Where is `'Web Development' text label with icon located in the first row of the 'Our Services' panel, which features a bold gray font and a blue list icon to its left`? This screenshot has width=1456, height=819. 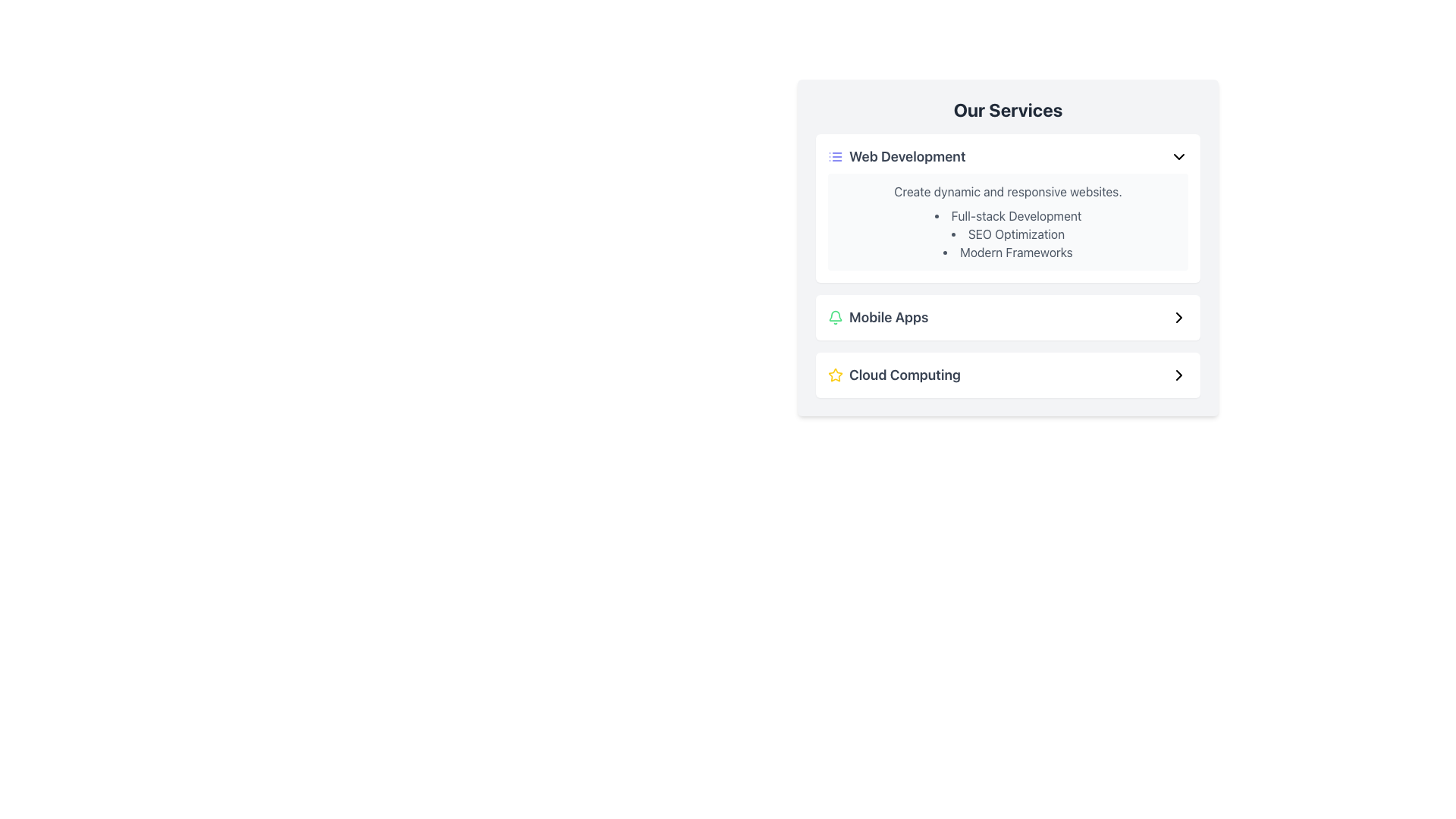 'Web Development' text label with icon located in the first row of the 'Our Services' panel, which features a bold gray font and a blue list icon to its left is located at coordinates (896, 157).